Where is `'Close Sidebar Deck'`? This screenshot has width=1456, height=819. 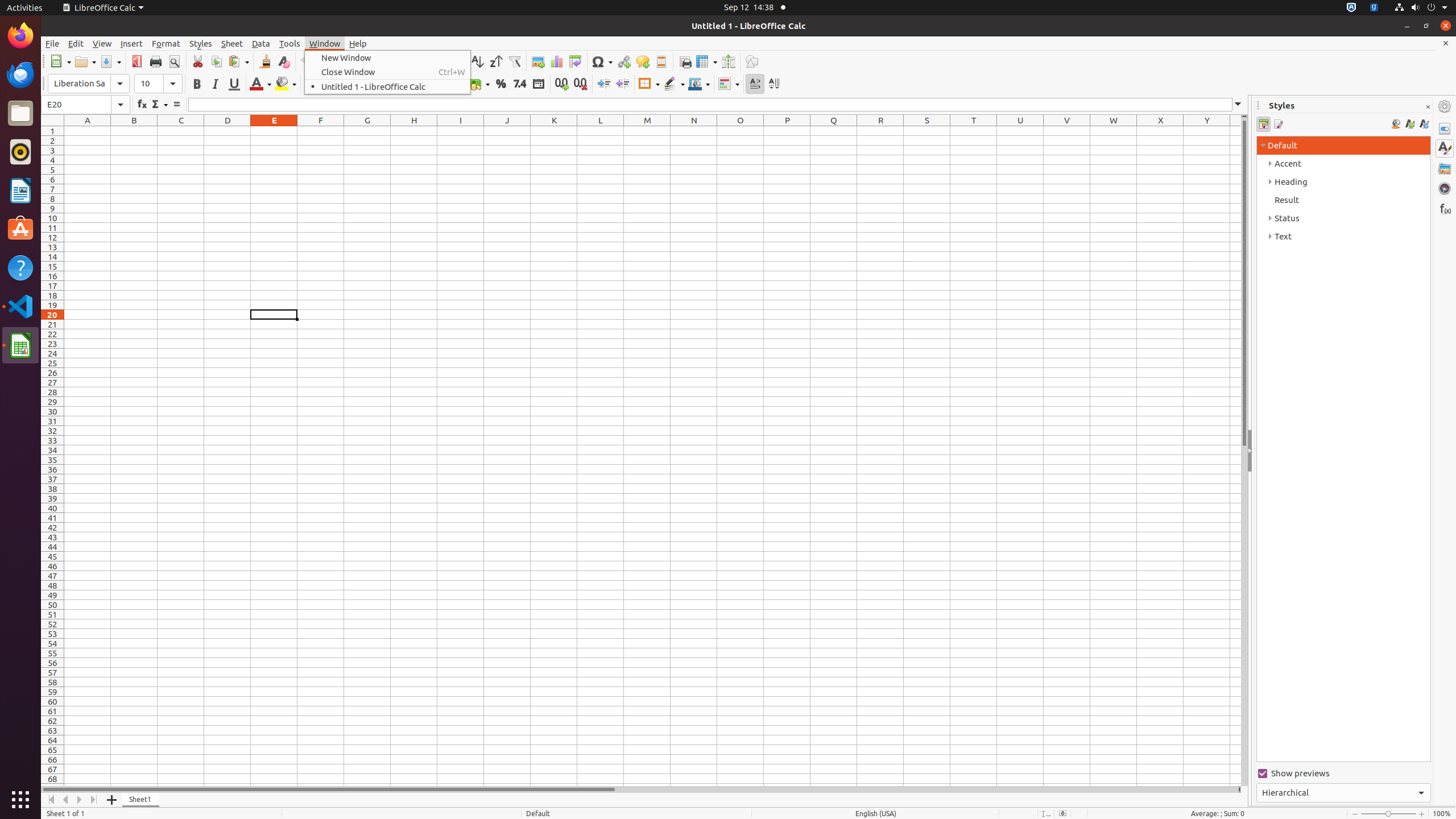 'Close Sidebar Deck' is located at coordinates (1428, 106).